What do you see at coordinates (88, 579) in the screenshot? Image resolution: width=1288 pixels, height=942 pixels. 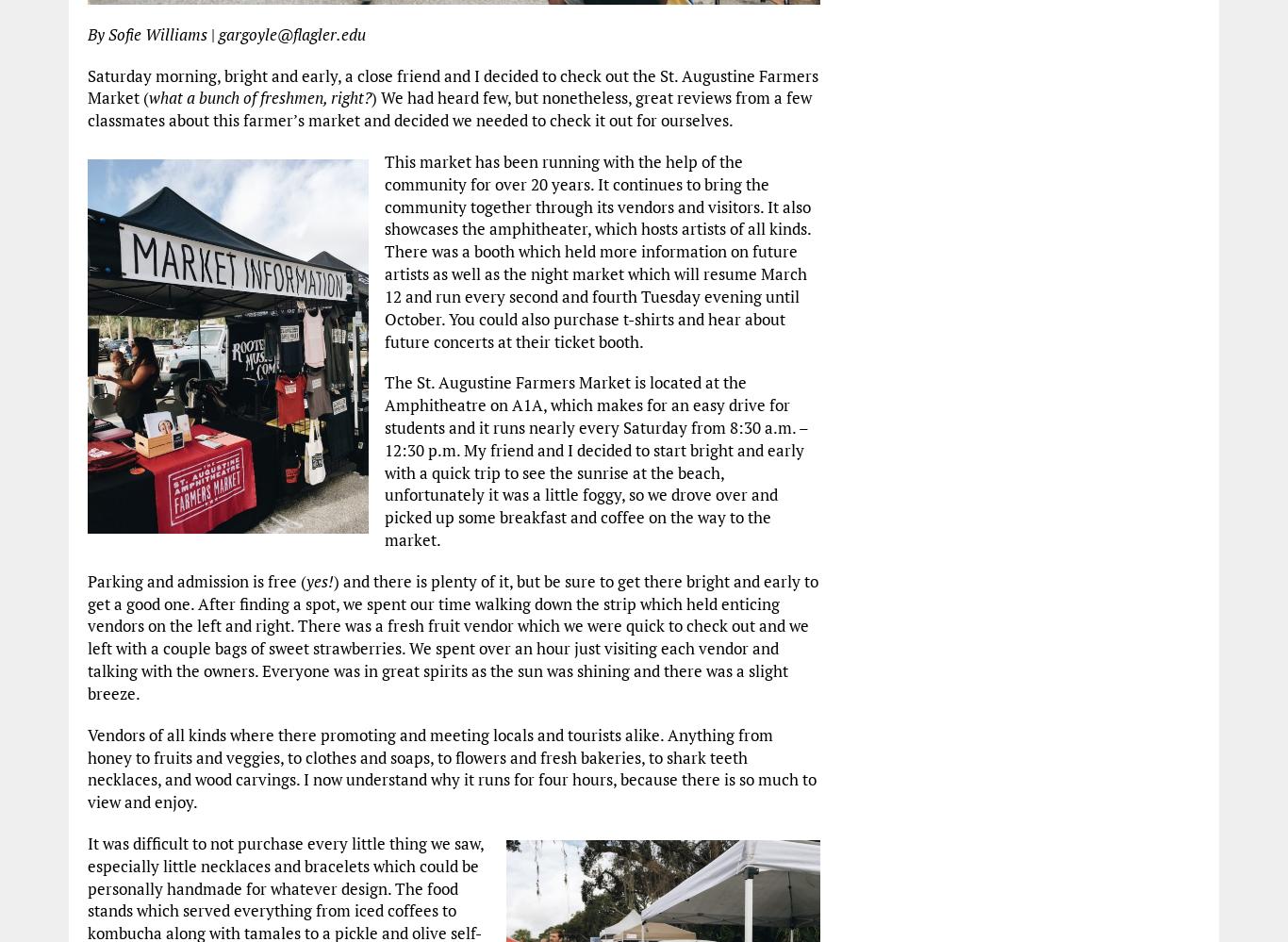 I see `'Parking and admission is free ('` at bounding box center [88, 579].